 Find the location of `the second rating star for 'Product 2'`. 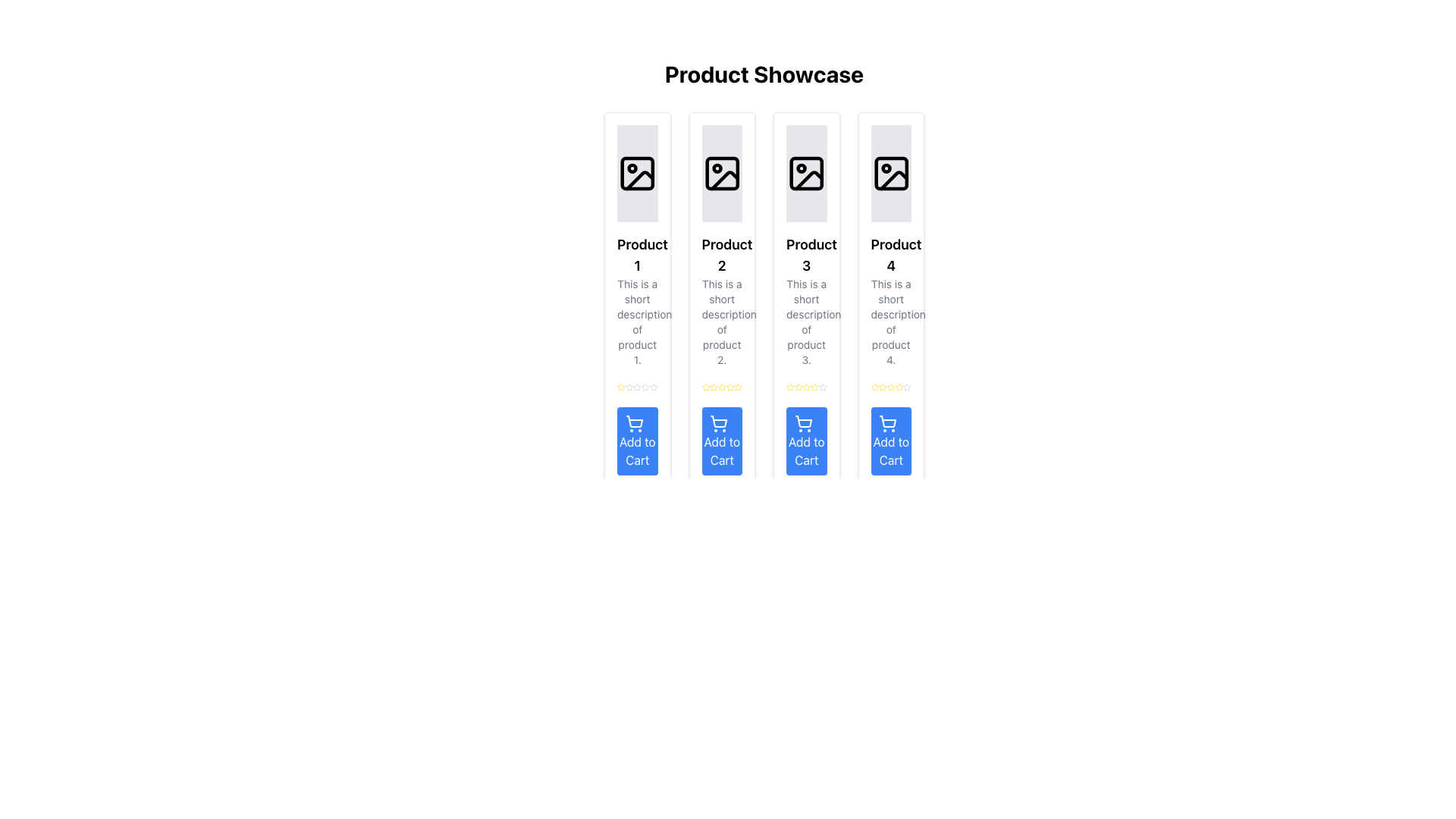

the second rating star for 'Product 2' is located at coordinates (713, 386).